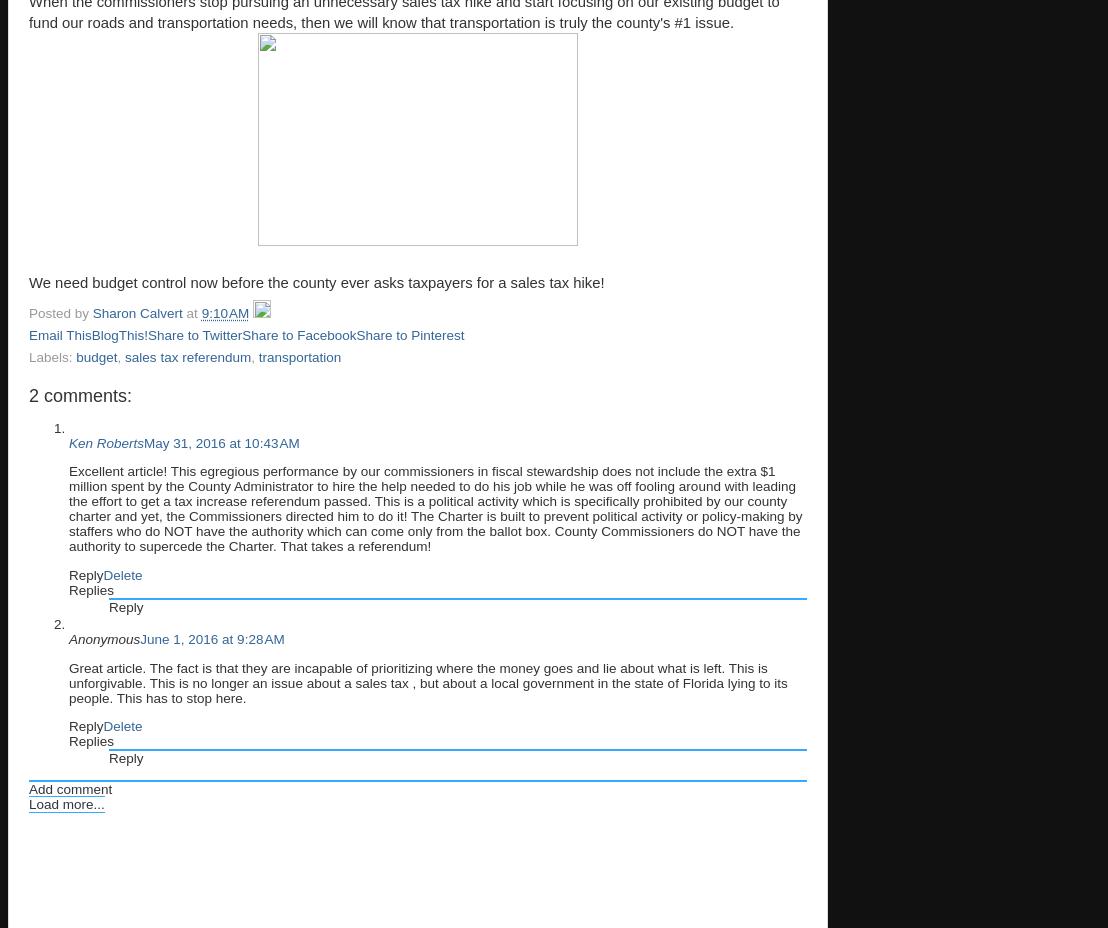 Image resolution: width=1108 pixels, height=928 pixels. I want to click on 'transportation', so click(299, 356).